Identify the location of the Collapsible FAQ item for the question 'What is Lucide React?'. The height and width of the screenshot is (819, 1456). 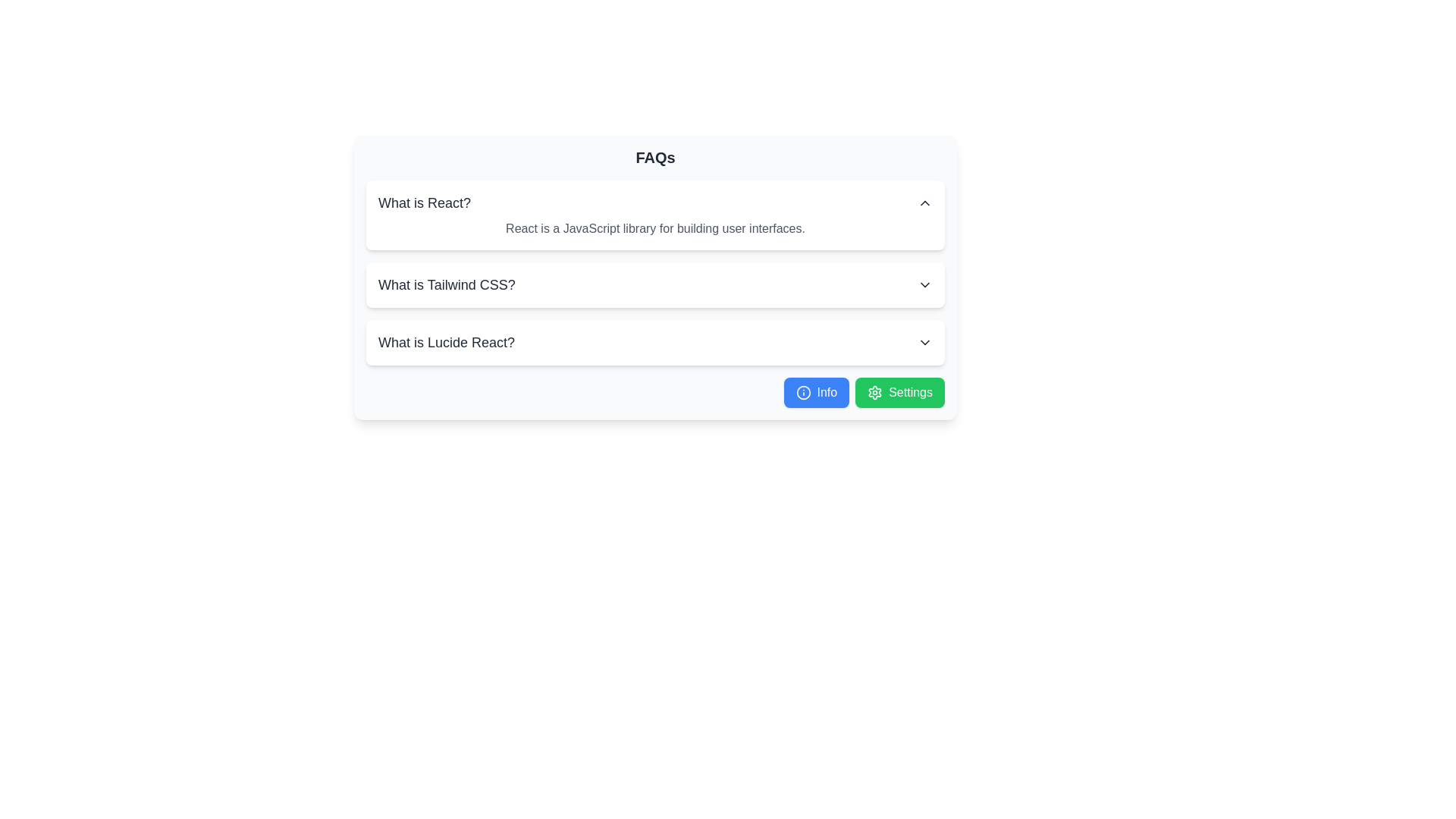
(655, 342).